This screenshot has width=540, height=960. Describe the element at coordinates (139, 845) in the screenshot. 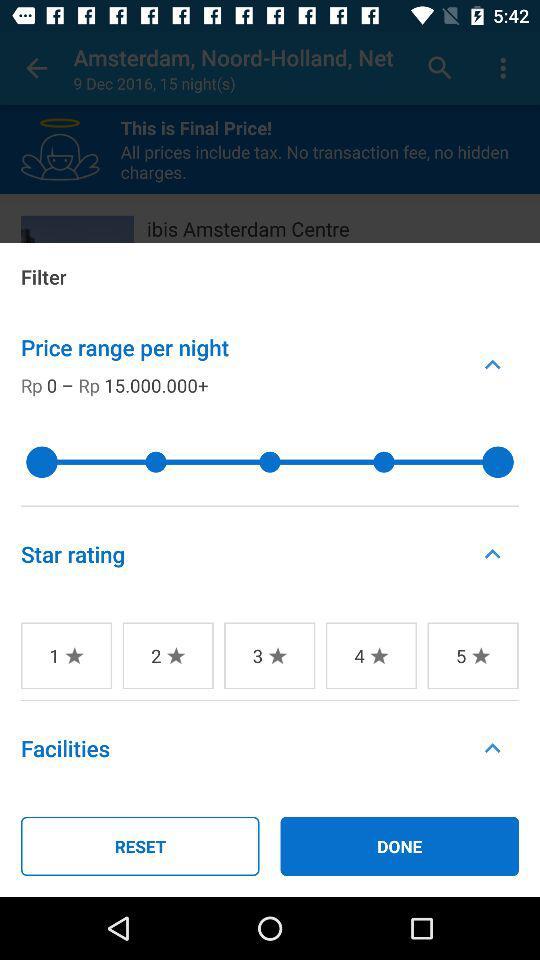

I see `icon below the facilities` at that location.